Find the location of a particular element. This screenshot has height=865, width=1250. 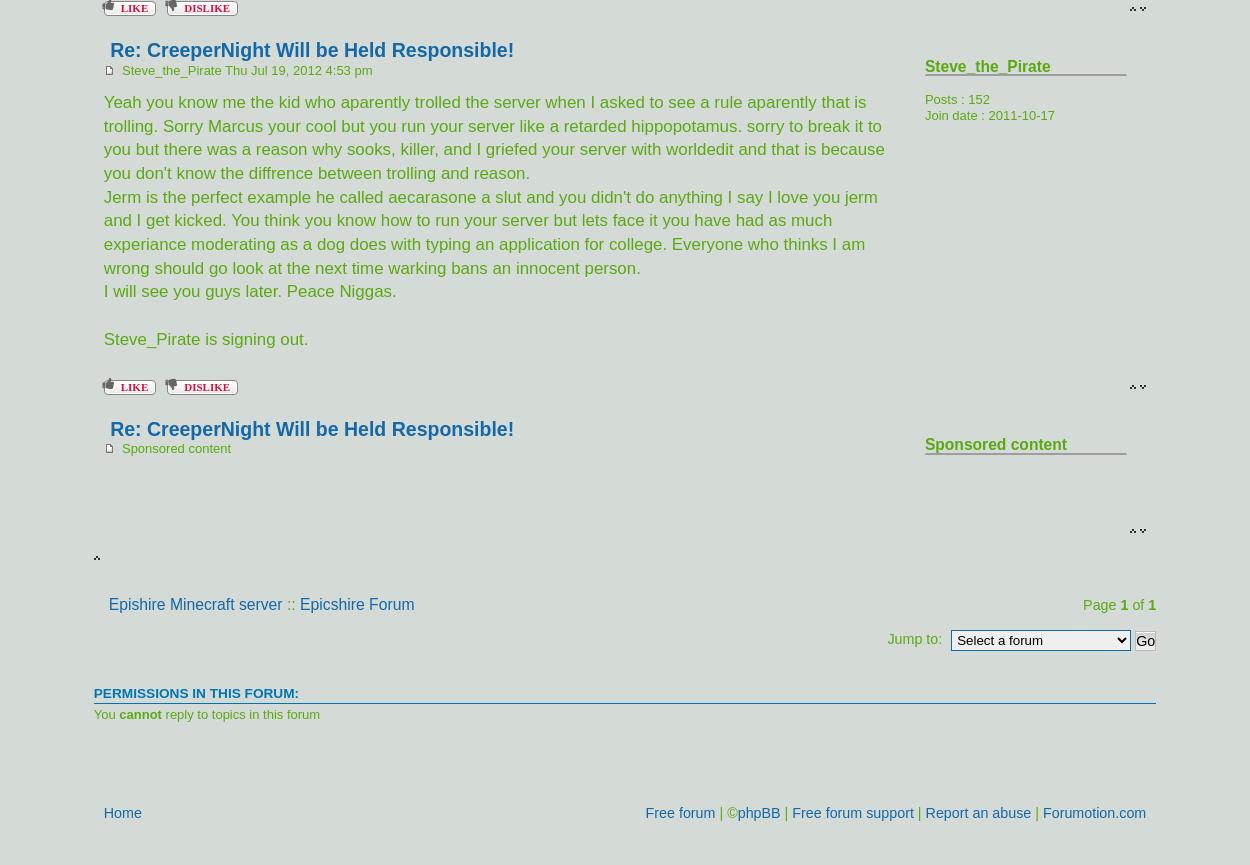

'Steve_the_Pirate Thu Jul 19, 2012 4:53 pm' is located at coordinates (242, 69).